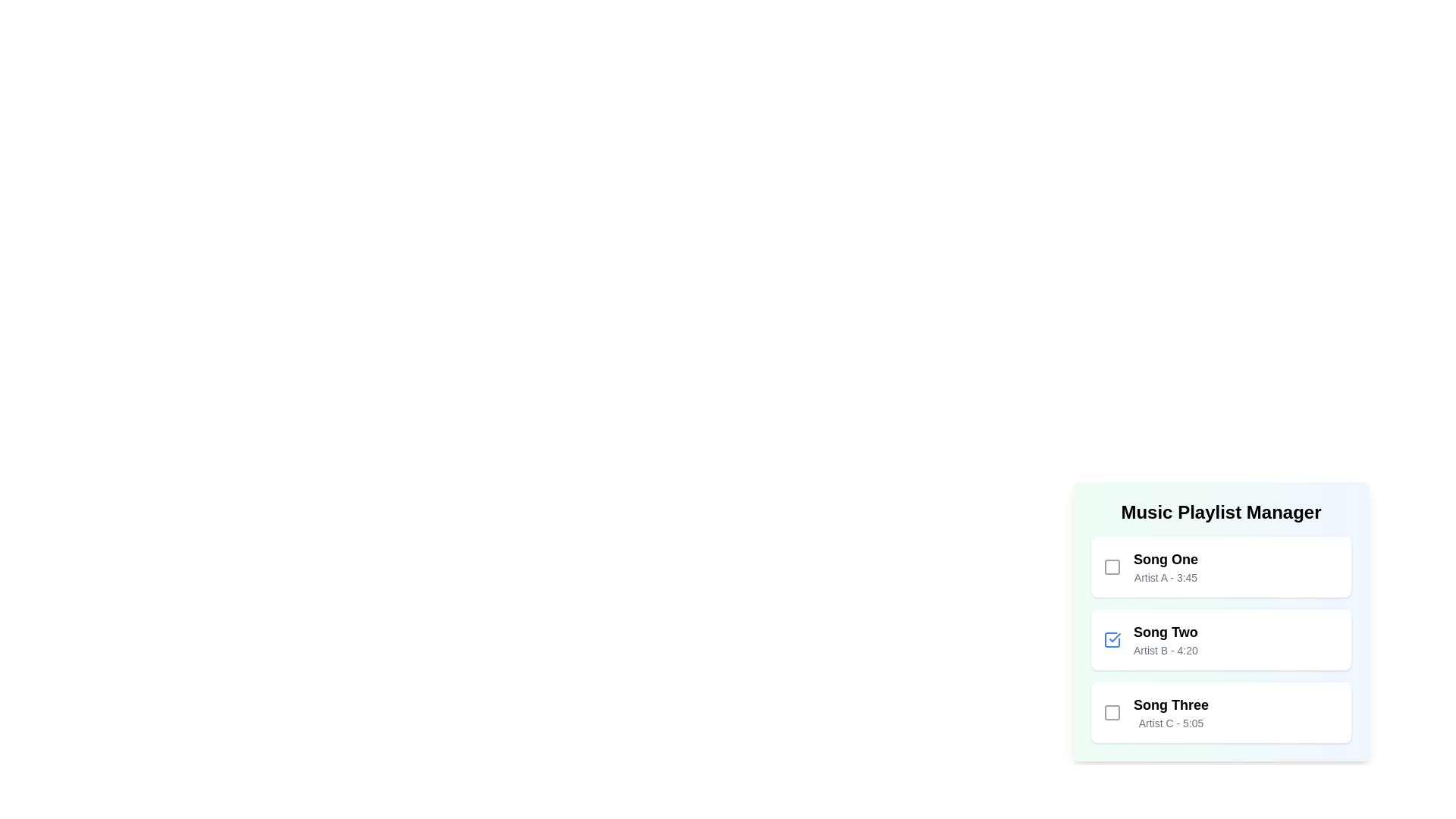  Describe the element at coordinates (1165, 632) in the screenshot. I see `text label 'Song Two' which is styled in a larger font size and bold weight, located in the music playlist interface as the second entry below 'Music Playlist Manager'` at that location.